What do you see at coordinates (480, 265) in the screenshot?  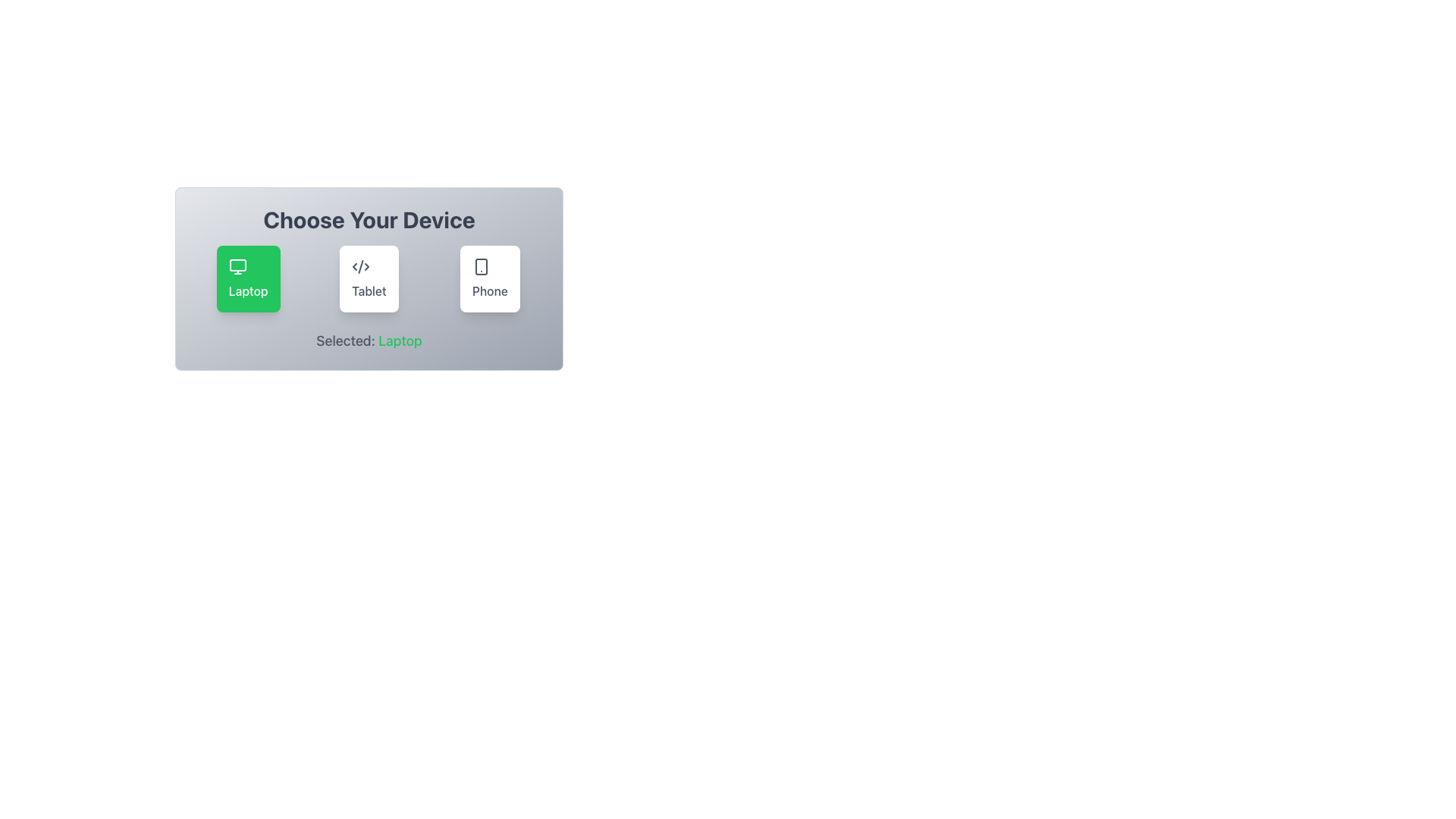 I see `the smartphone icon located at the bottom-right corner of the device icons group` at bounding box center [480, 265].